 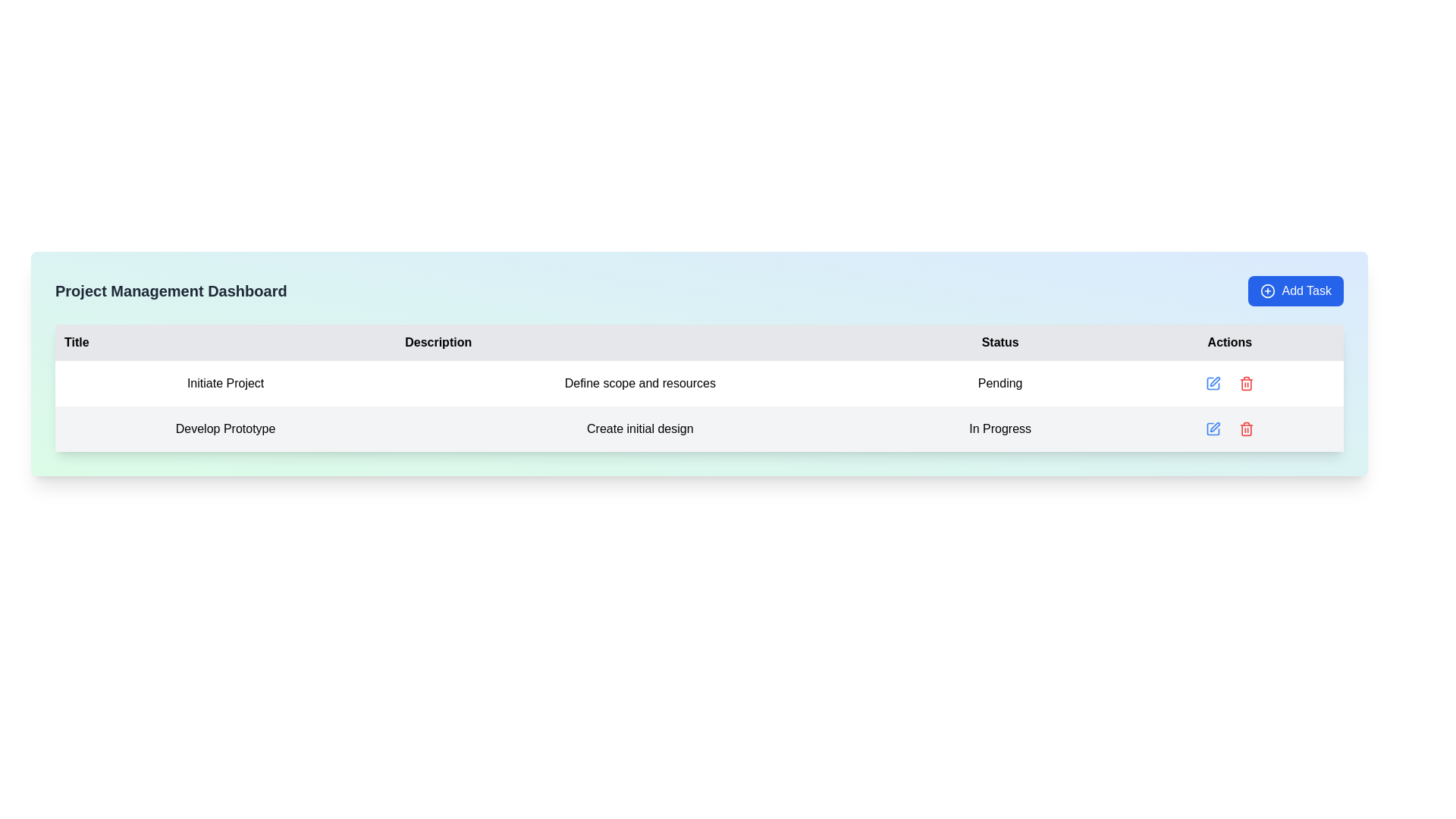 I want to click on the first row in the project management task list, so click(x=698, y=382).